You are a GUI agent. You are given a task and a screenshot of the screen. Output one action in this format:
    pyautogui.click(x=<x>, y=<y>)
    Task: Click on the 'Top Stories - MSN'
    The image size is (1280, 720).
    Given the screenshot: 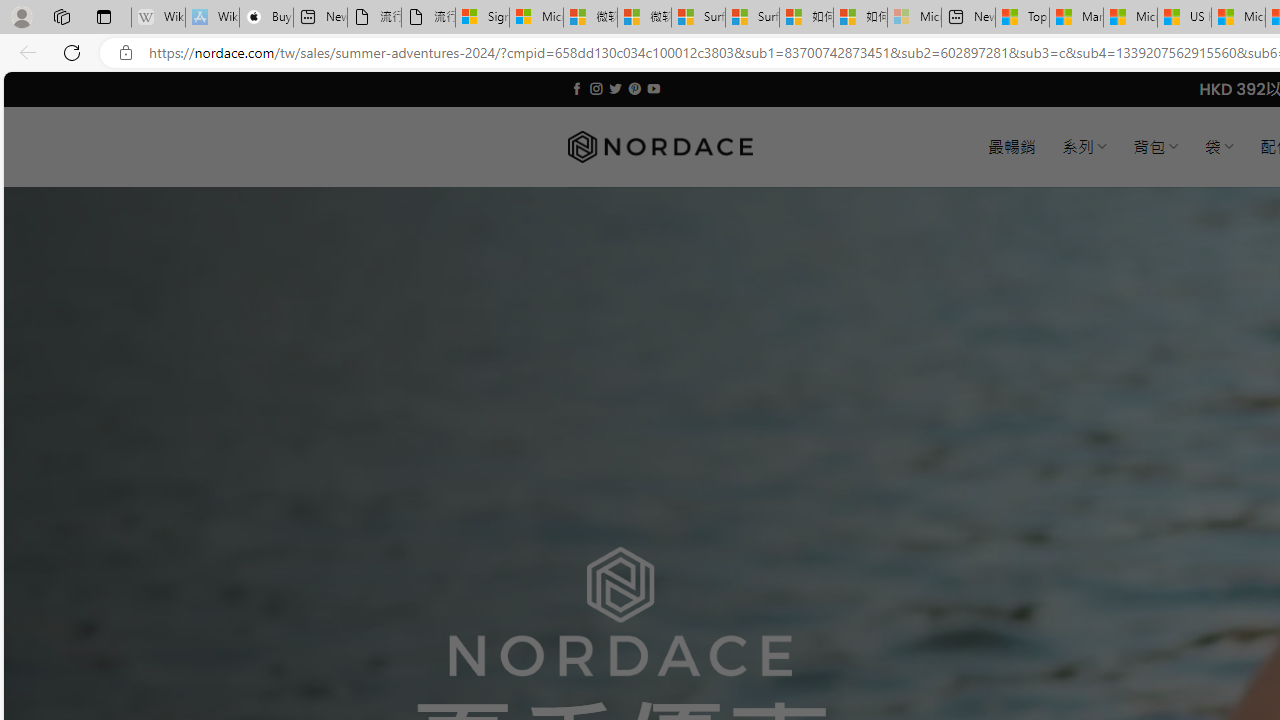 What is the action you would take?
    pyautogui.click(x=1022, y=17)
    